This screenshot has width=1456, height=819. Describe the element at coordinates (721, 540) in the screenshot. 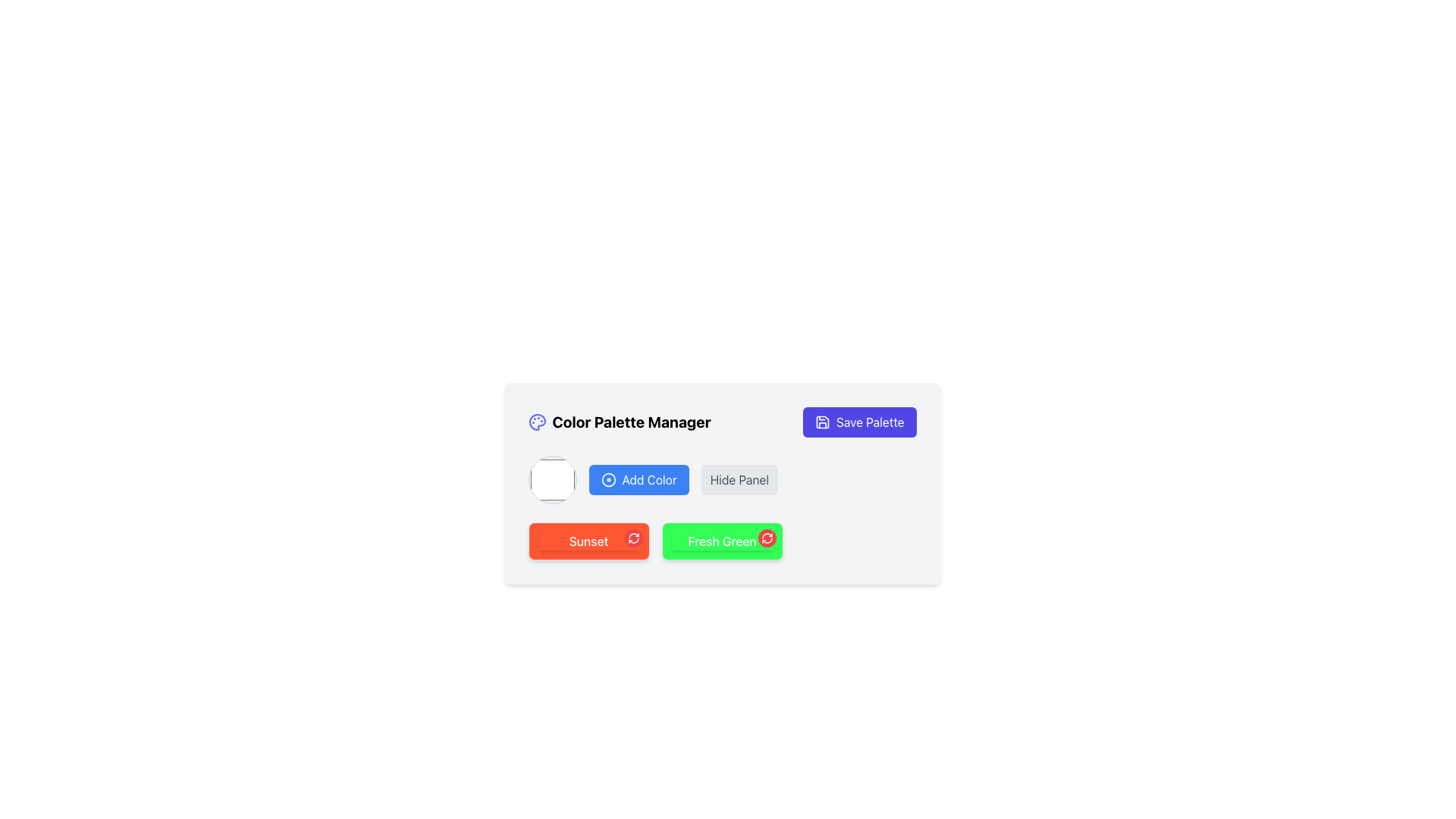

I see `the 'Fresh Green' button with a bright green background and a refresh icon on the right` at that location.